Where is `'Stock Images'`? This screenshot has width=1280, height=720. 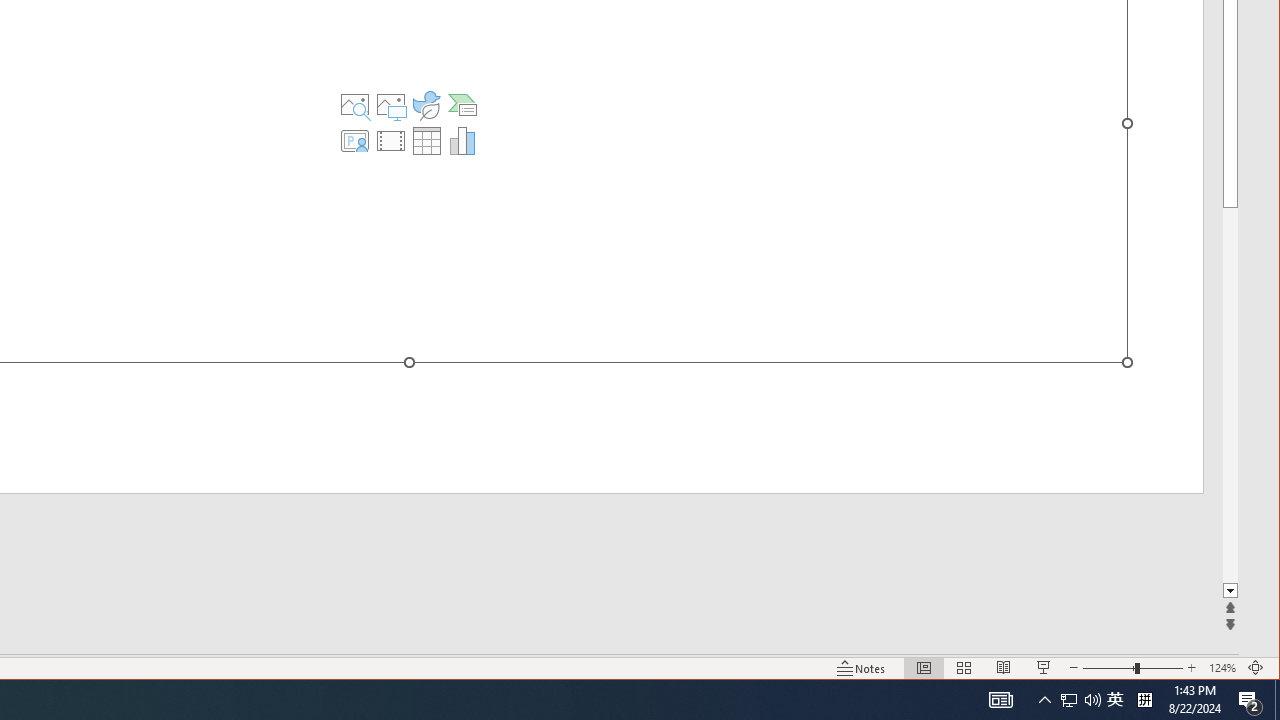
'Stock Images' is located at coordinates (355, 105).